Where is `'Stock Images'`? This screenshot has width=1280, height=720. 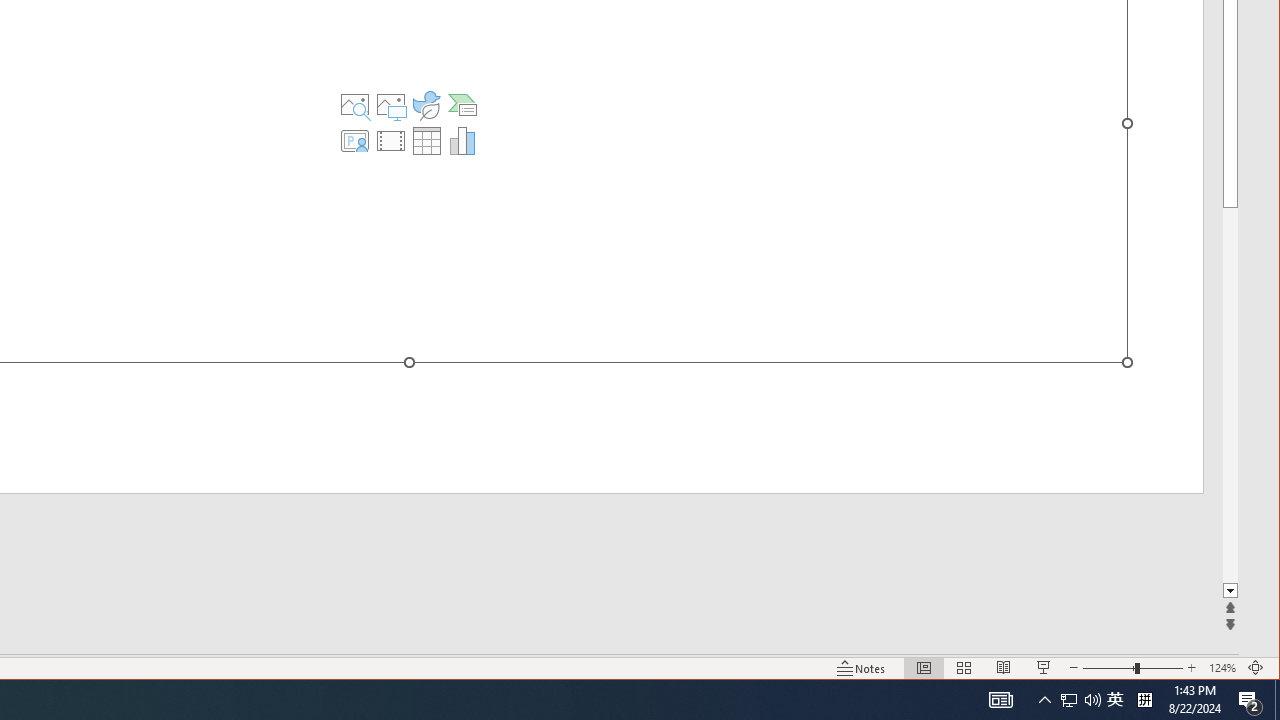
'Stock Images' is located at coordinates (355, 105).